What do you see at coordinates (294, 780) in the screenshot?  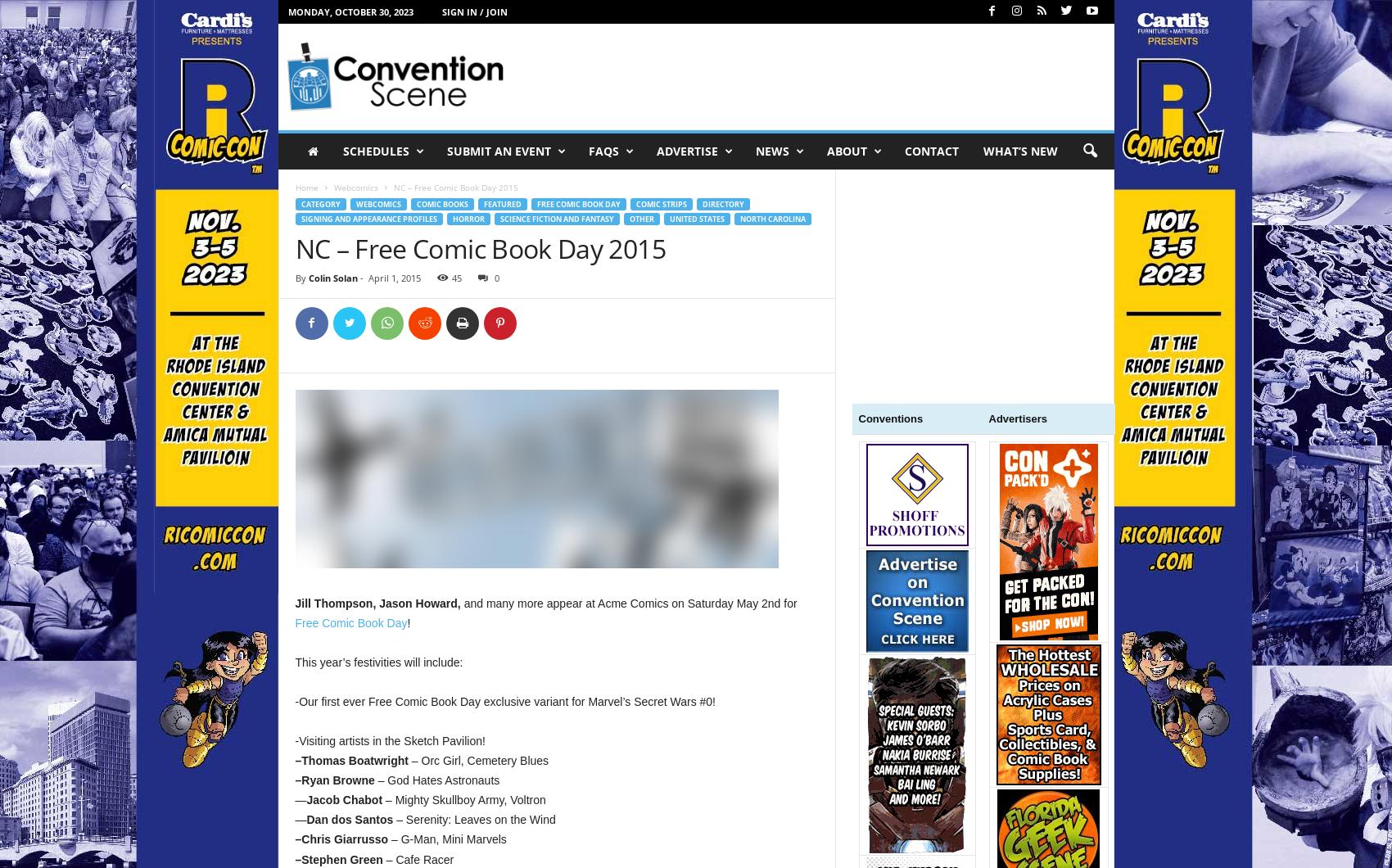 I see `'–Ryan Browne'` at bounding box center [294, 780].